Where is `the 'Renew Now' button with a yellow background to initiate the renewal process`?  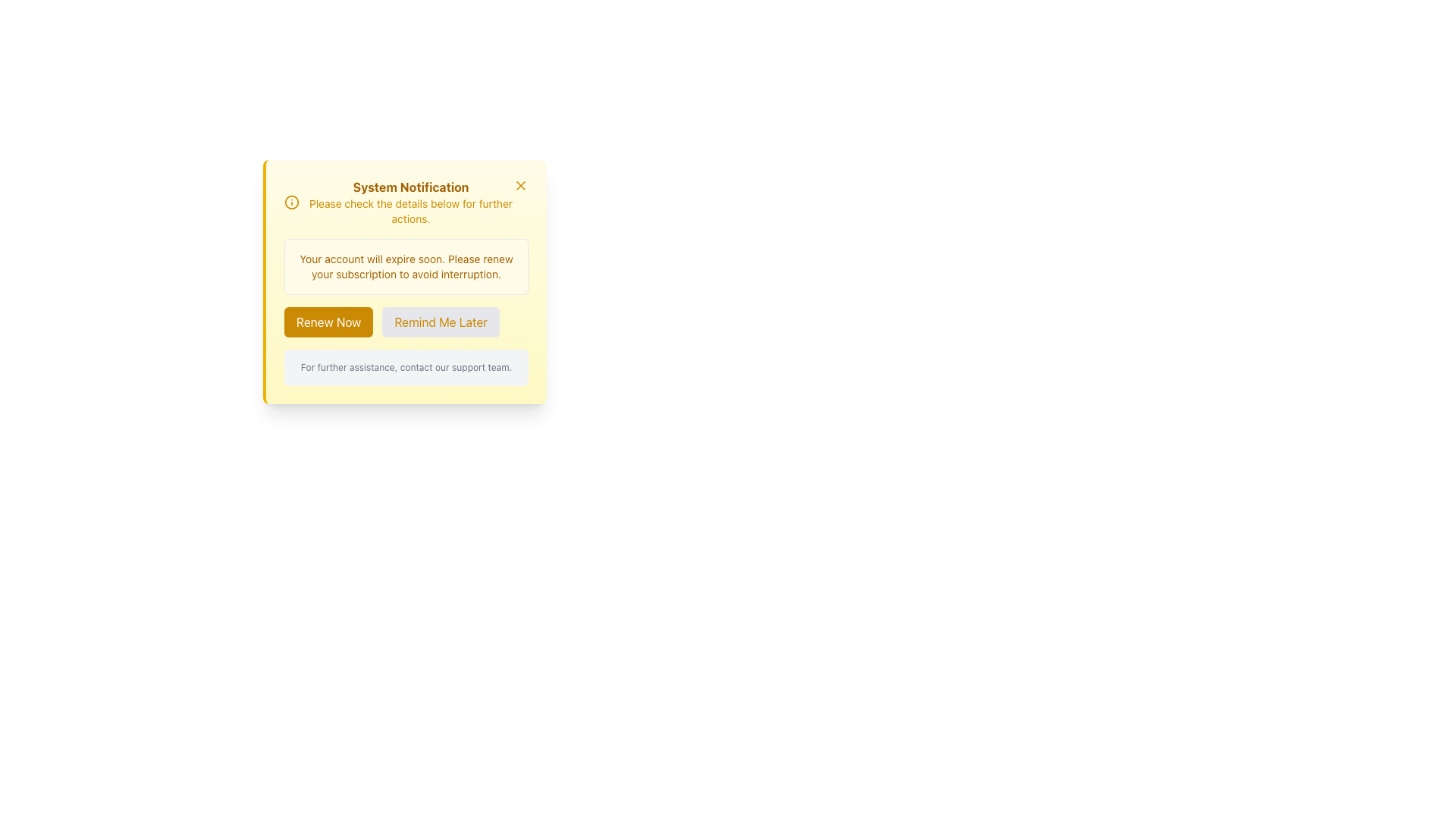
the 'Renew Now' button with a yellow background to initiate the renewal process is located at coordinates (328, 321).